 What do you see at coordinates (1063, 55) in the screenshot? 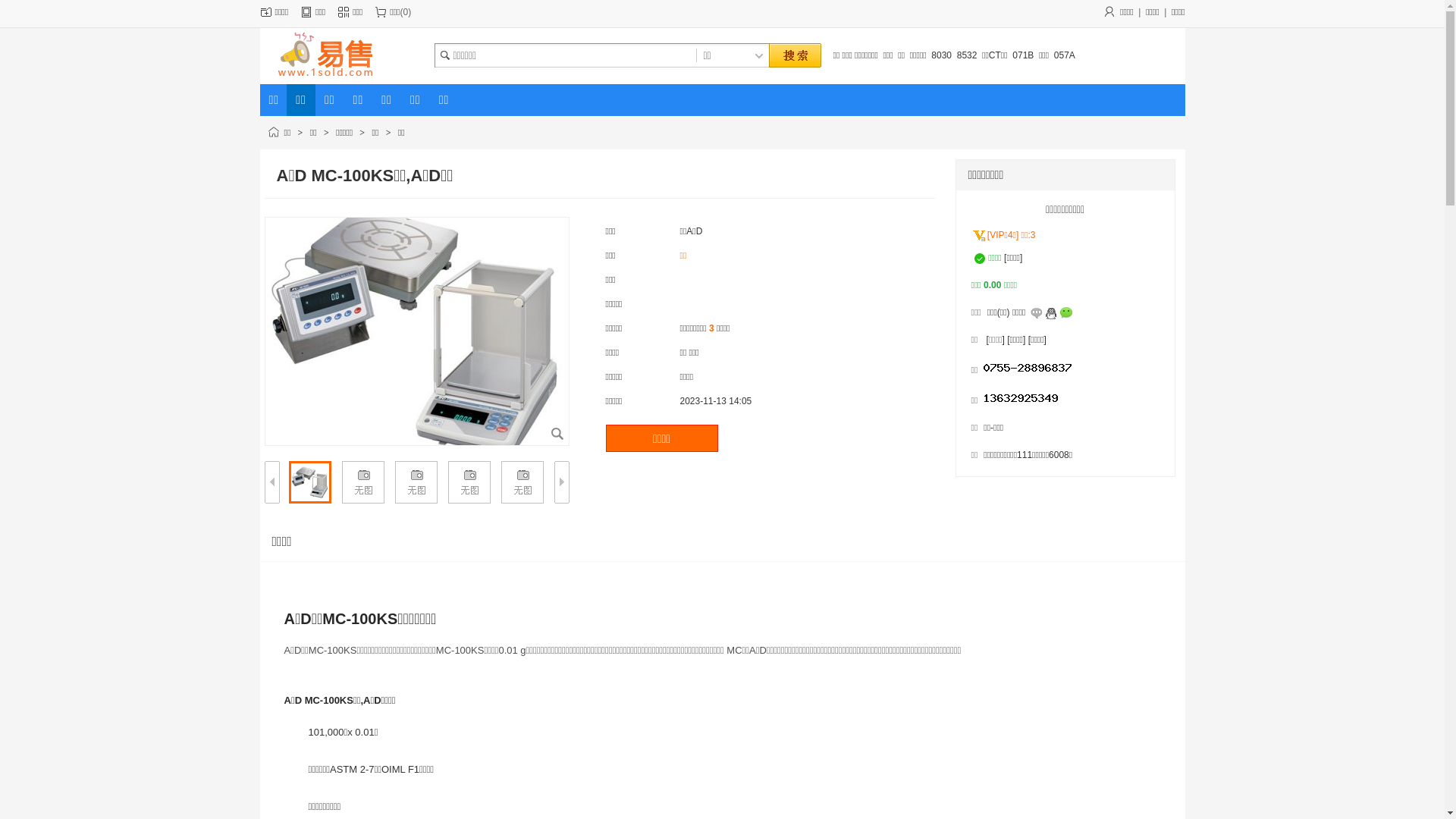
I see `'057A'` at bounding box center [1063, 55].